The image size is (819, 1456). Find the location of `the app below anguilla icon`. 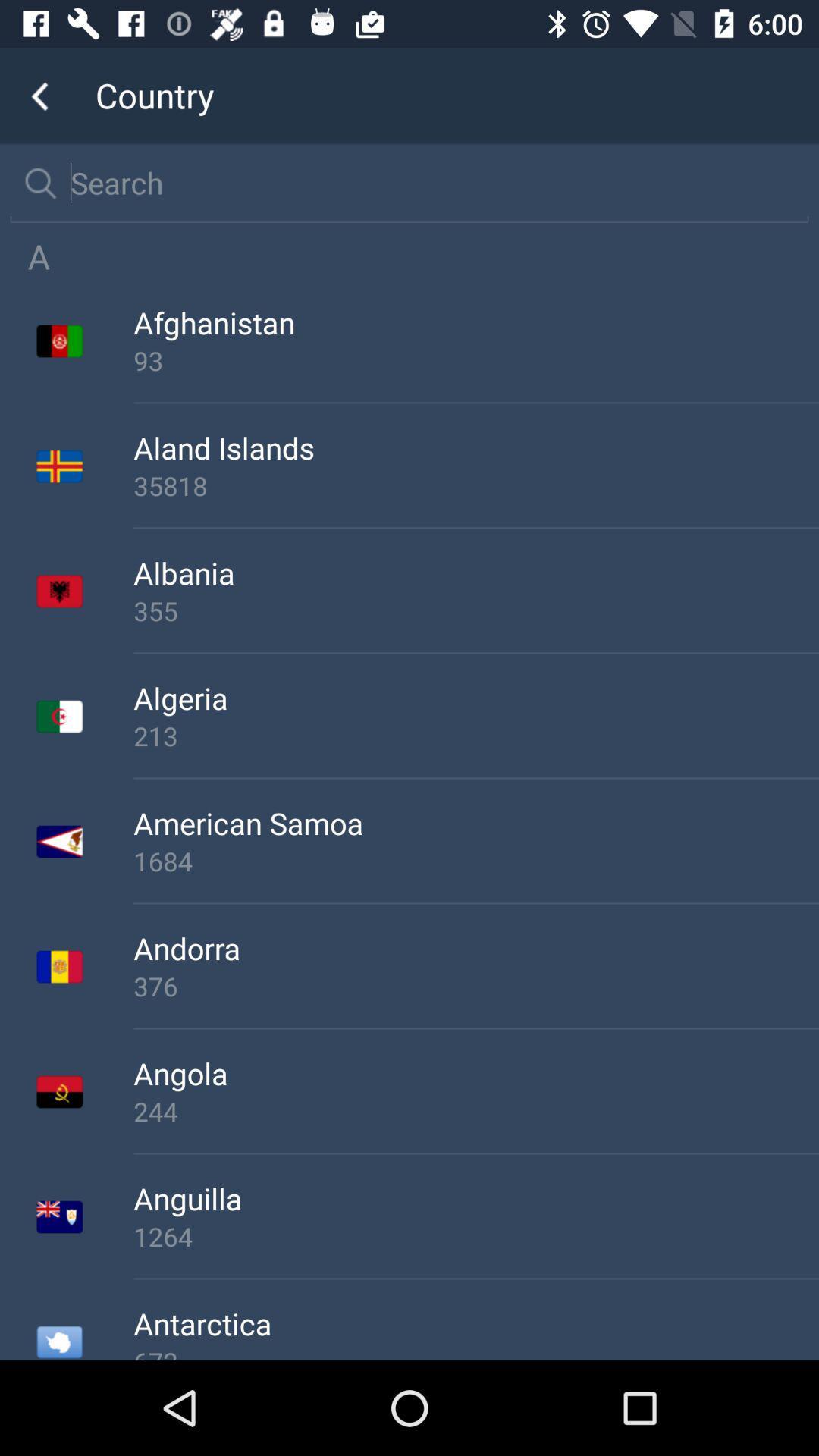

the app below anguilla icon is located at coordinates (475, 1236).